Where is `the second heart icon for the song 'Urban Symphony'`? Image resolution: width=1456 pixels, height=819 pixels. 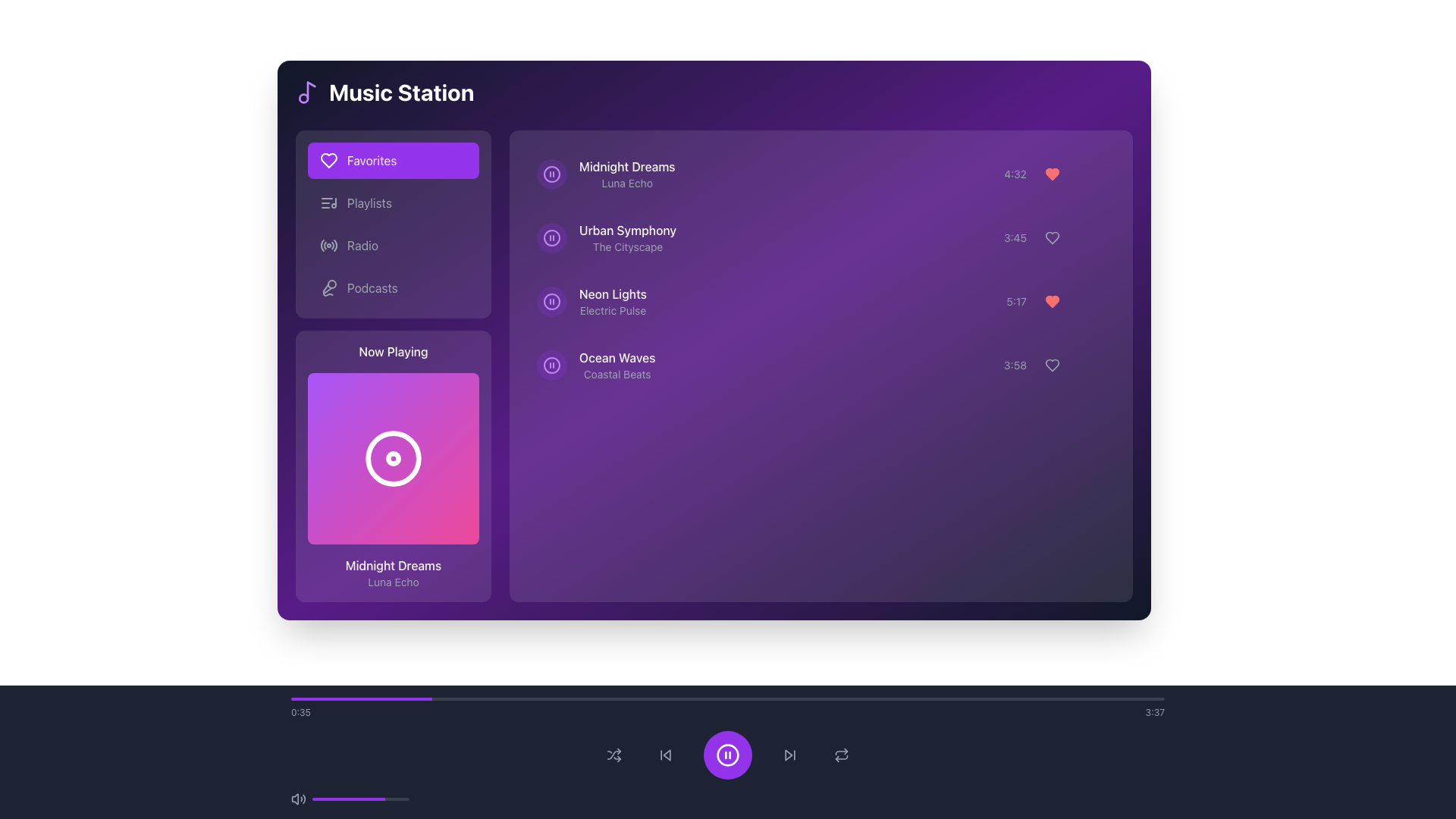
the second heart icon for the song 'Urban Symphony' is located at coordinates (1051, 237).